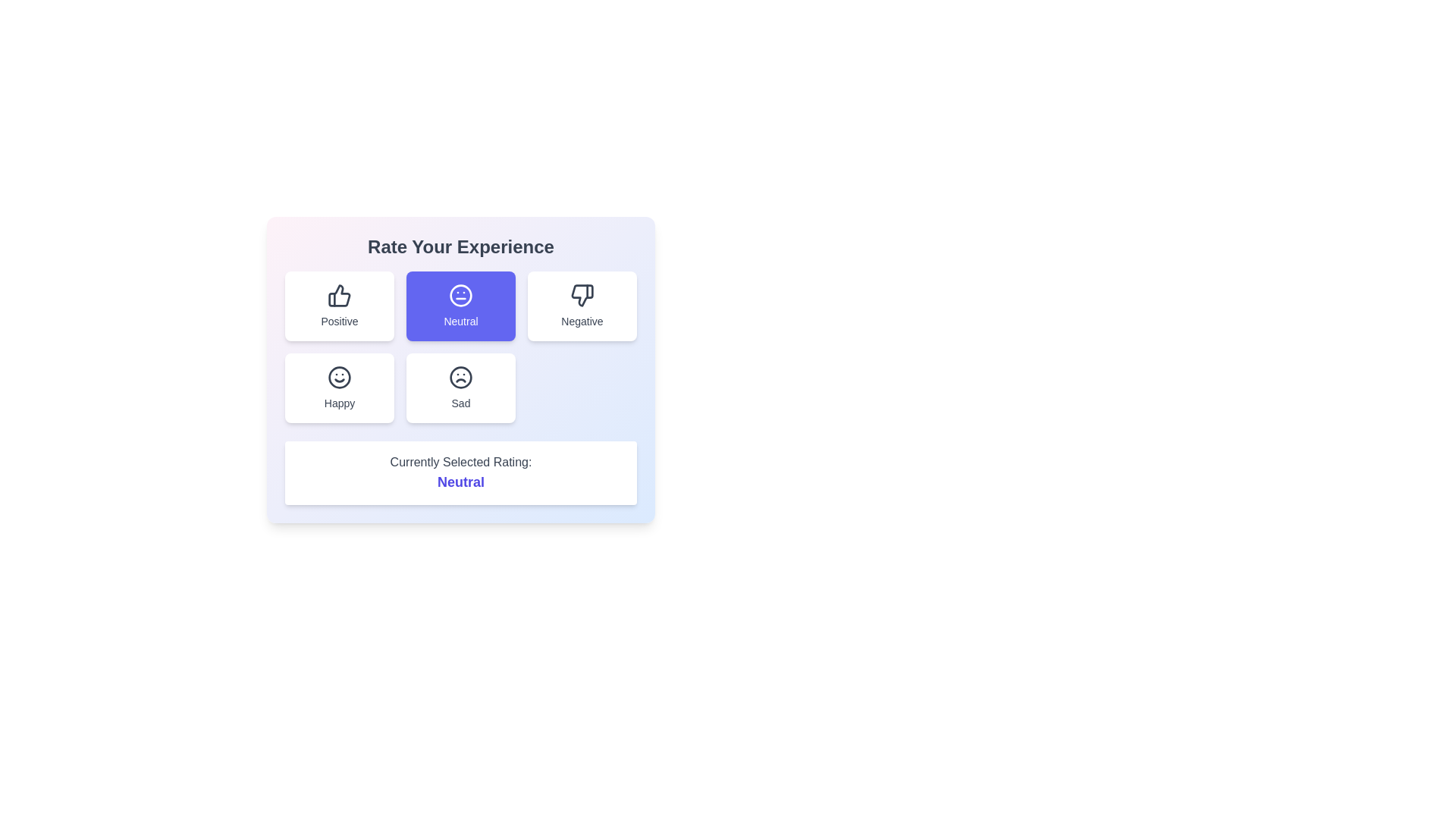 The height and width of the screenshot is (819, 1456). I want to click on the Happy button to change the selected rating, so click(338, 388).